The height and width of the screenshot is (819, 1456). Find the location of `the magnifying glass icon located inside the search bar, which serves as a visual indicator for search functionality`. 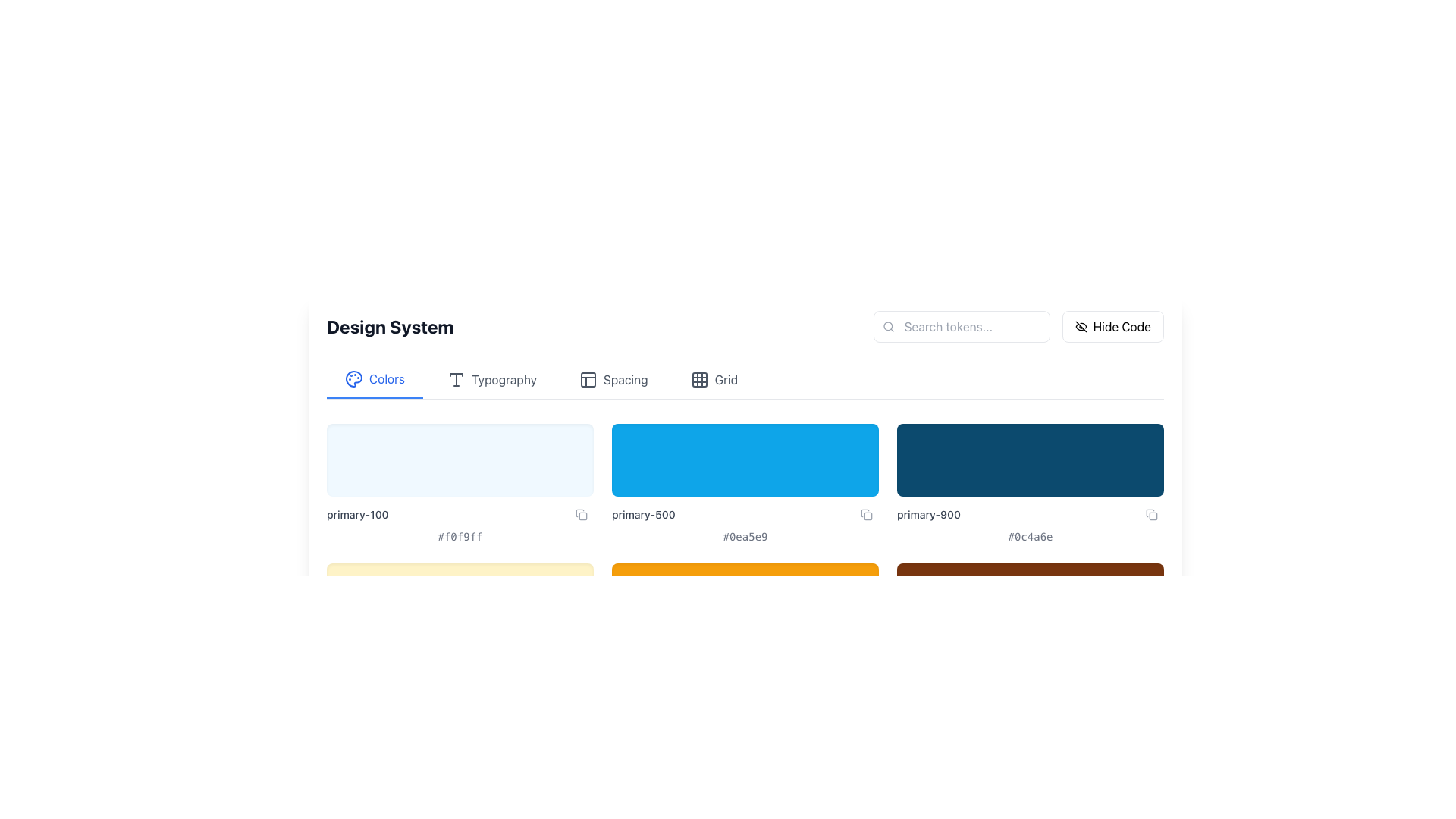

the magnifying glass icon located inside the search bar, which serves as a visual indicator for search functionality is located at coordinates (888, 326).